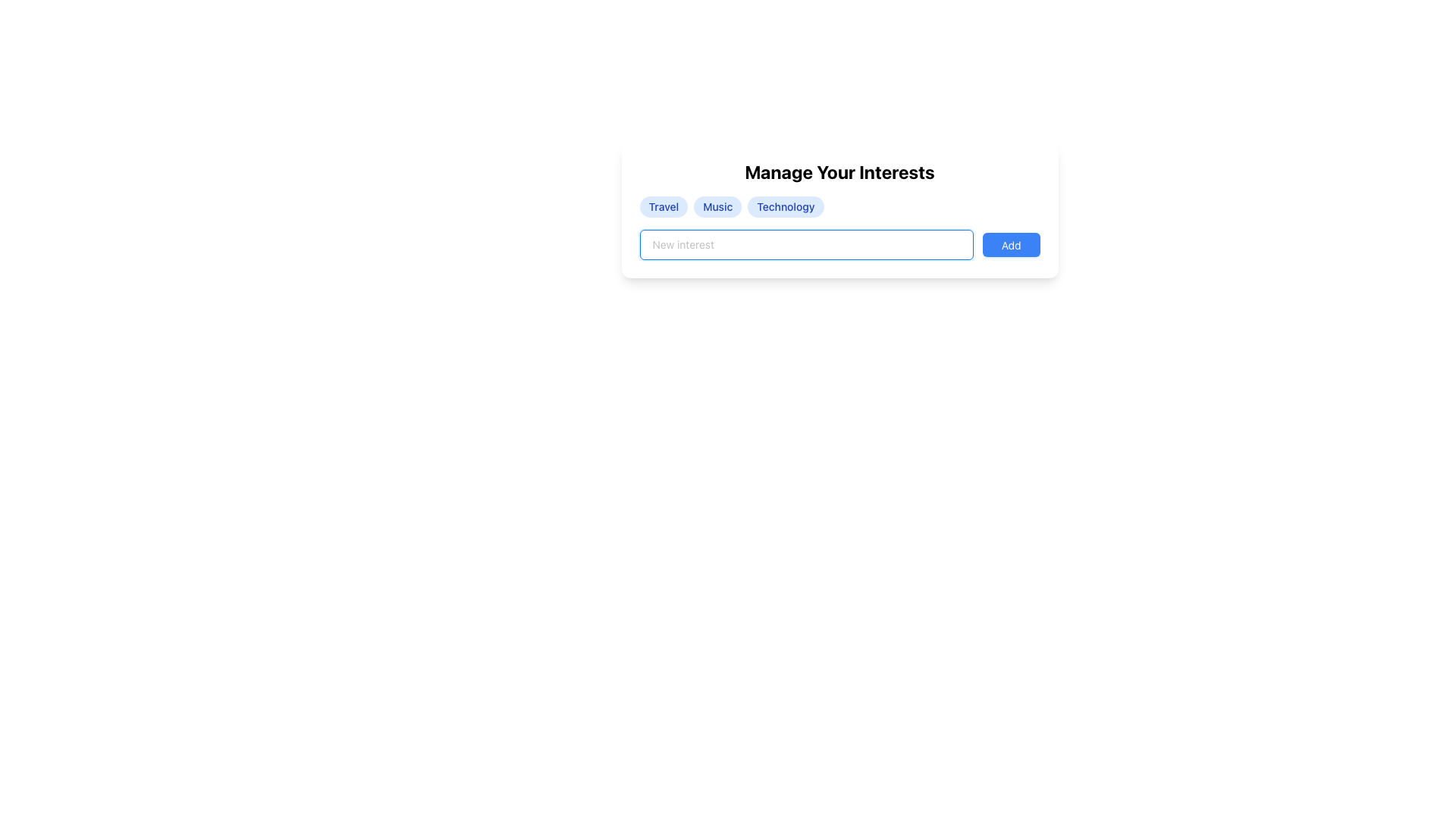 The width and height of the screenshot is (1456, 819). I want to click on the 'Technology' Tag/Label Component, which is the third badge from the left in a horizontal row of badges labeled 'Travel', 'Music', and 'Technology', so click(786, 207).